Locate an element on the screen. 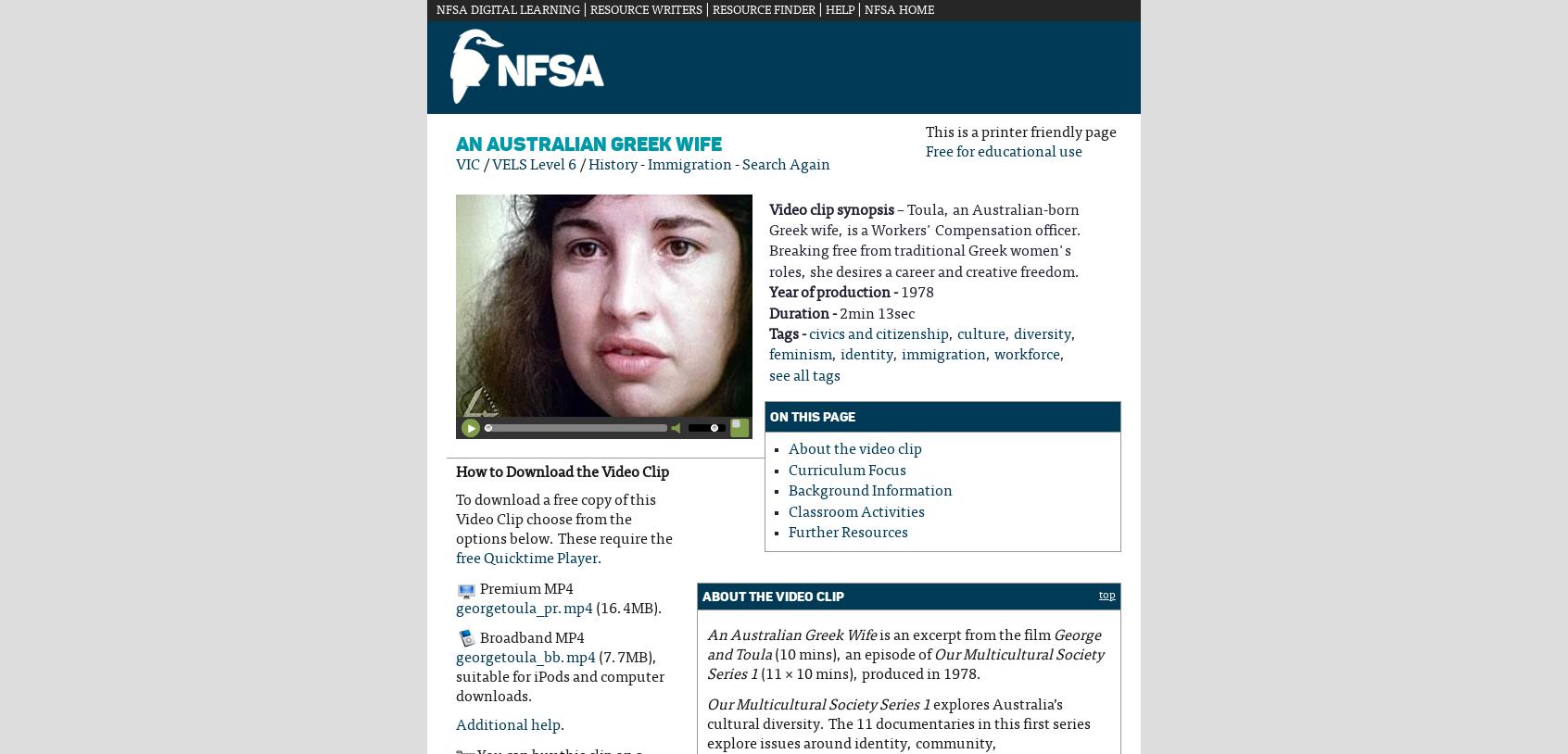  'This is a printer friendly page' is located at coordinates (1020, 132).